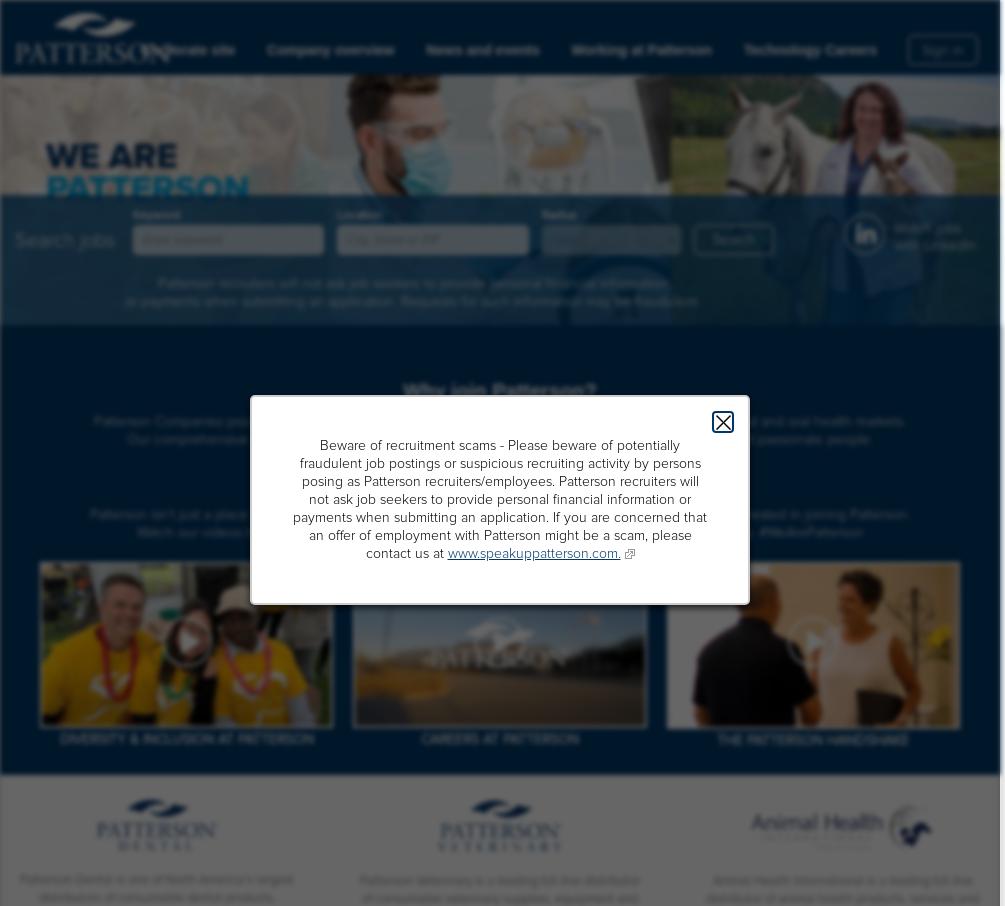 The image size is (1005, 906). Describe the element at coordinates (419, 738) in the screenshot. I see `'Careers At Patterson'` at that location.